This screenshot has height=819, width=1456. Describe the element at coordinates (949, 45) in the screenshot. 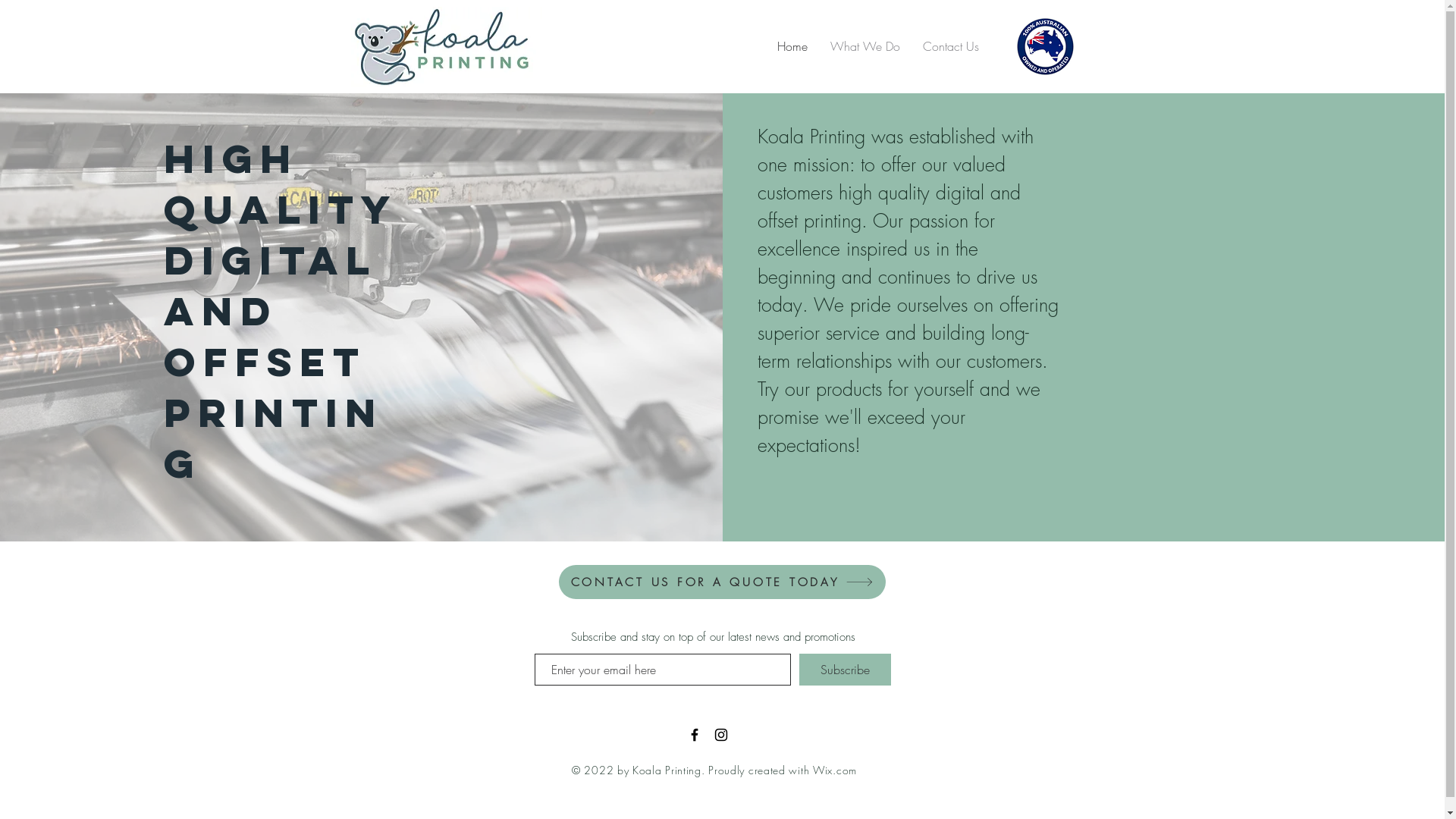

I see `'Contact Us'` at that location.